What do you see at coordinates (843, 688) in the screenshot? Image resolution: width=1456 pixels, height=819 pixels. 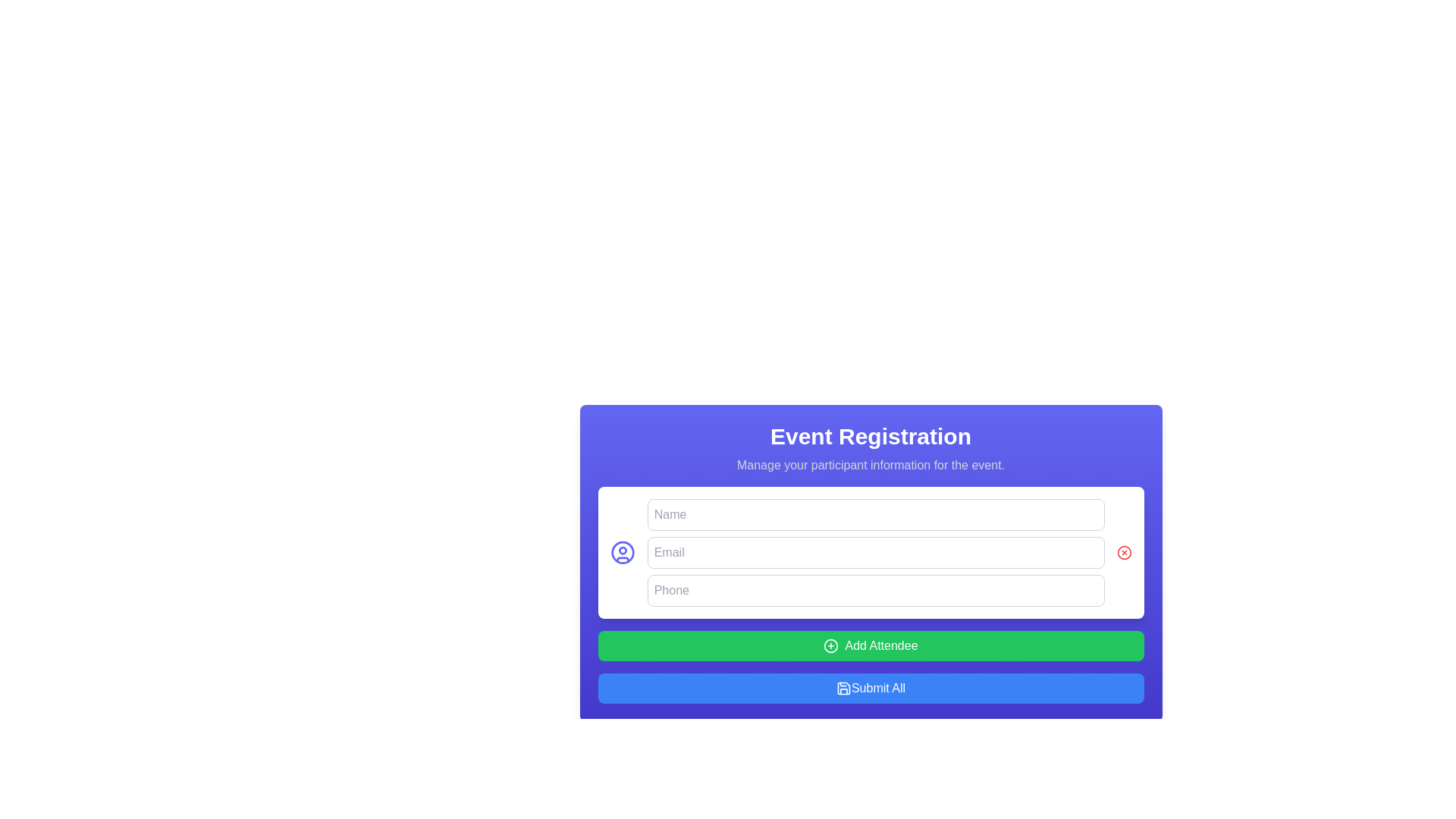 I see `the blue and white floppy disk icon located to the left of the 'Submit All' button` at bounding box center [843, 688].